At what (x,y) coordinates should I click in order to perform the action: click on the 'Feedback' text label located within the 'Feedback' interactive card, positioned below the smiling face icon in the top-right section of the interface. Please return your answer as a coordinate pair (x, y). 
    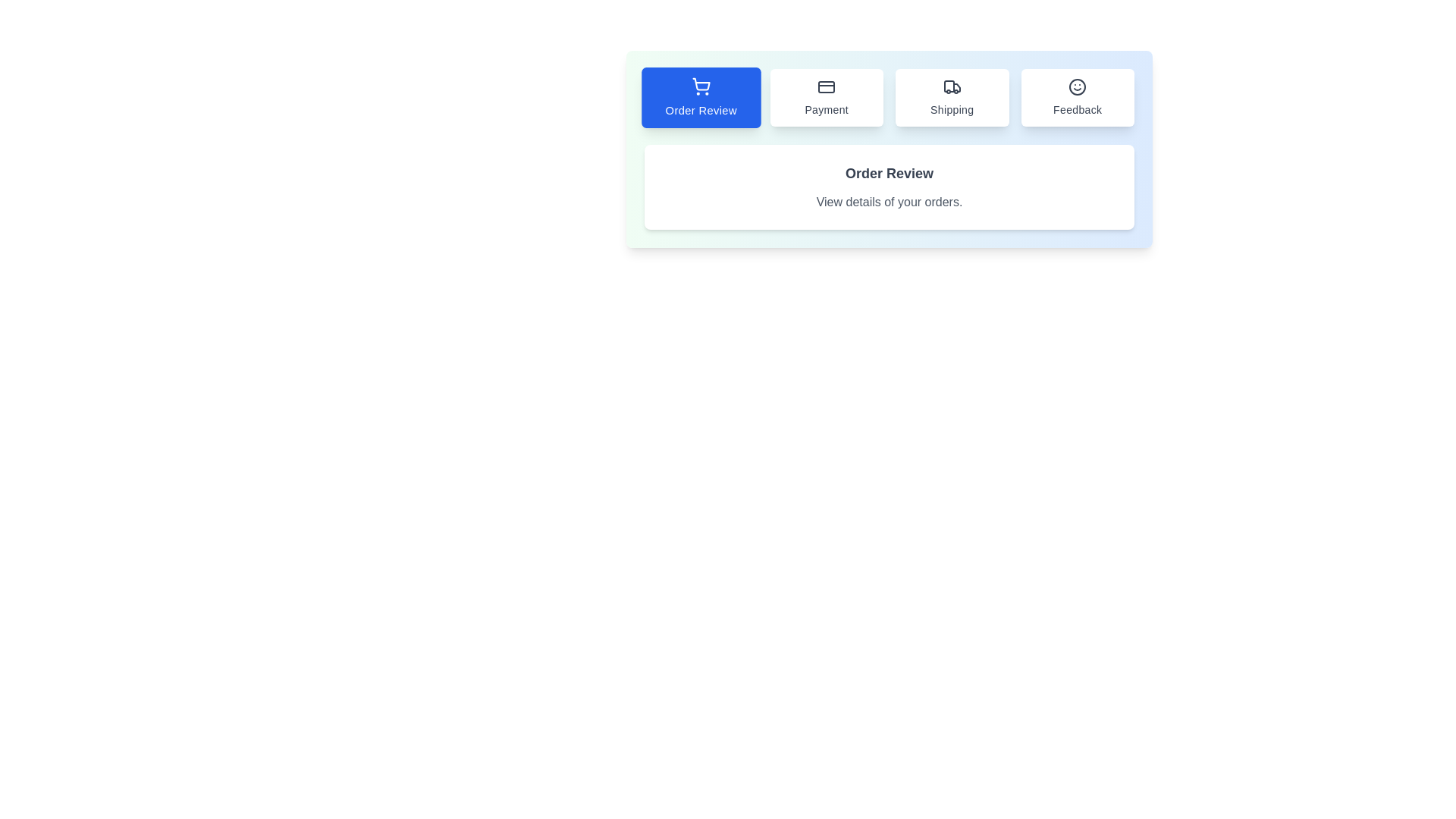
    Looking at the image, I should click on (1077, 109).